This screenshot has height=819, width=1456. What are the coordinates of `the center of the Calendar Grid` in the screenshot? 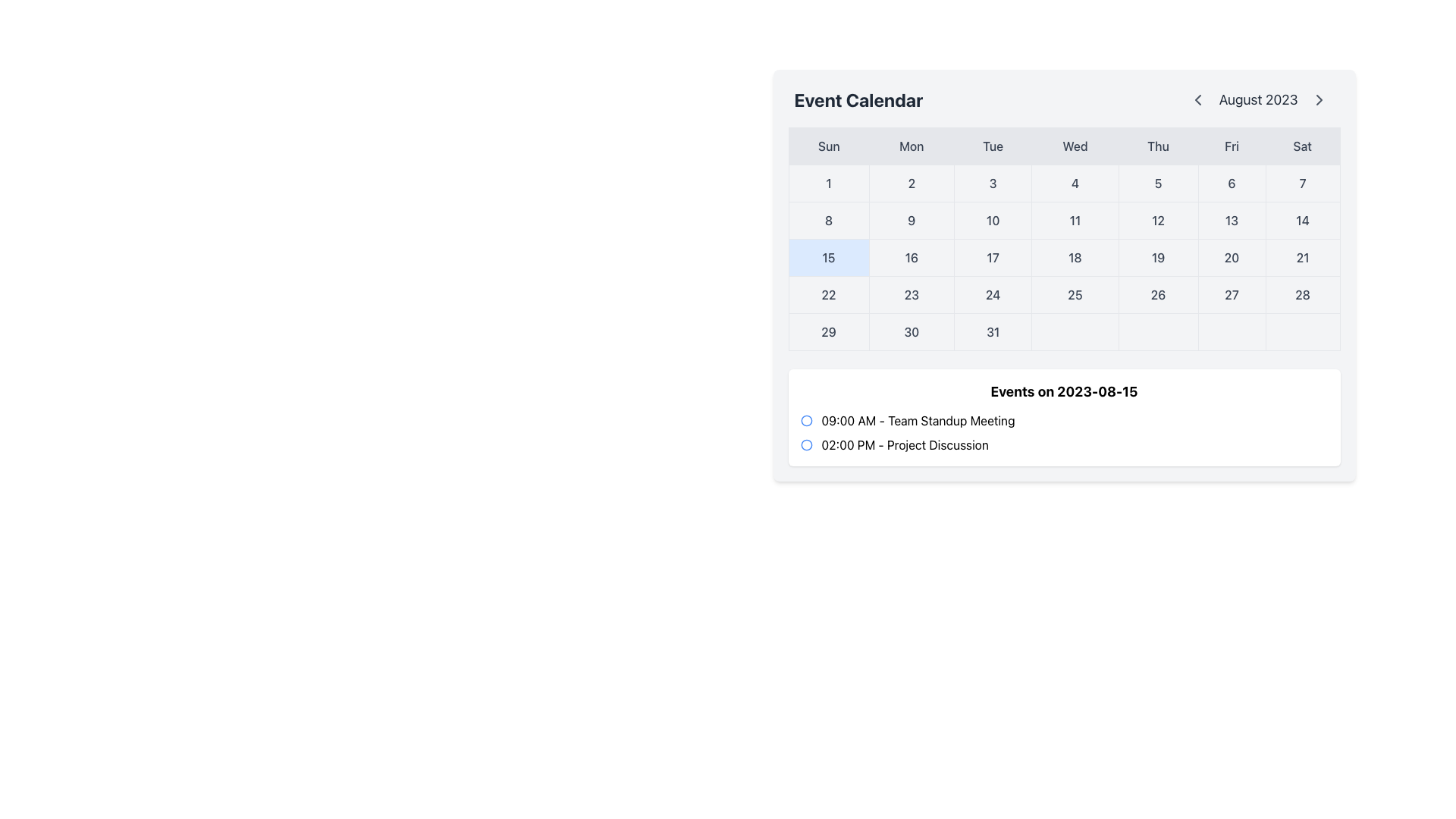 It's located at (1063, 256).